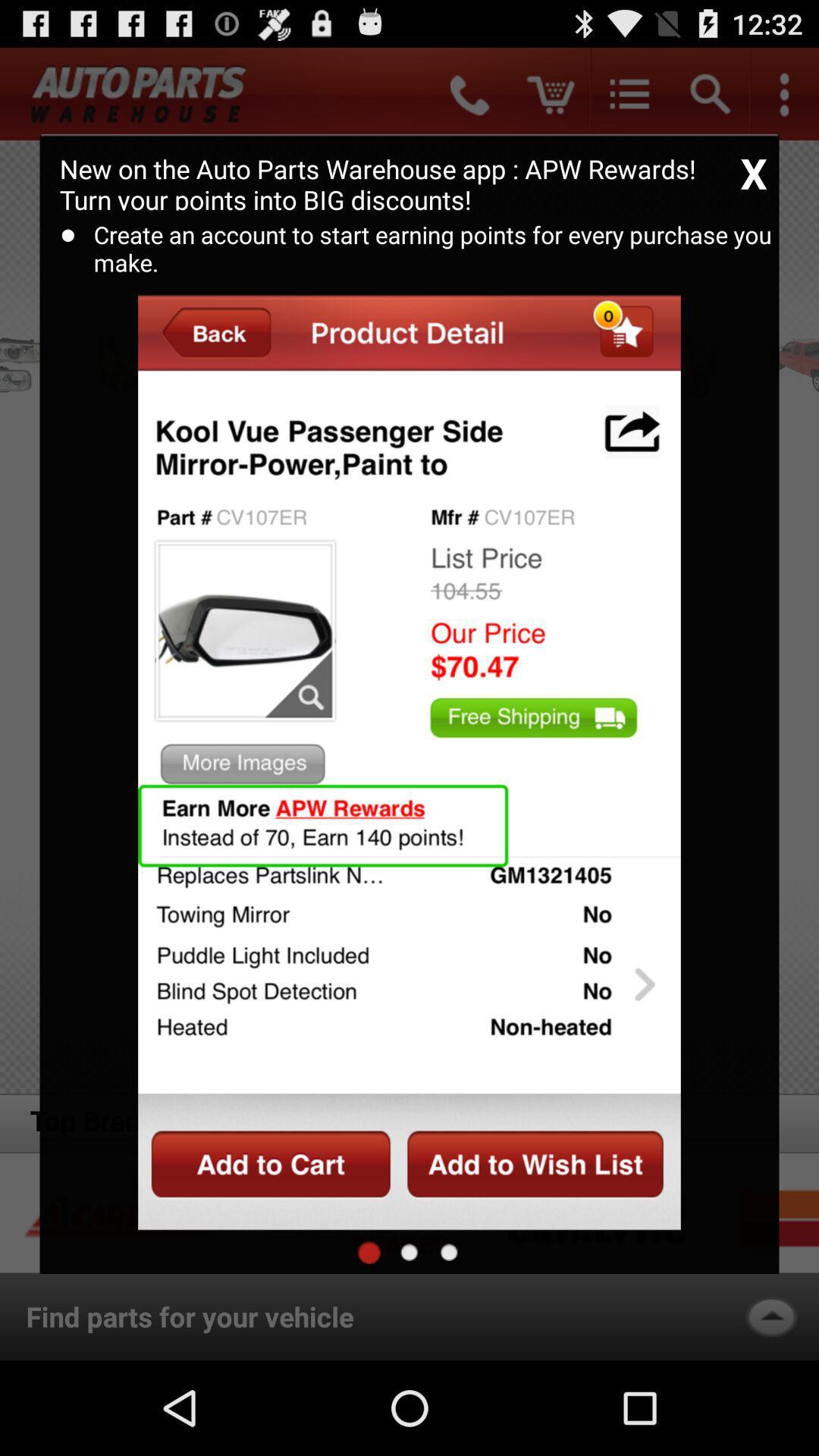  What do you see at coordinates (409, 1252) in the screenshot?
I see `center screen` at bounding box center [409, 1252].